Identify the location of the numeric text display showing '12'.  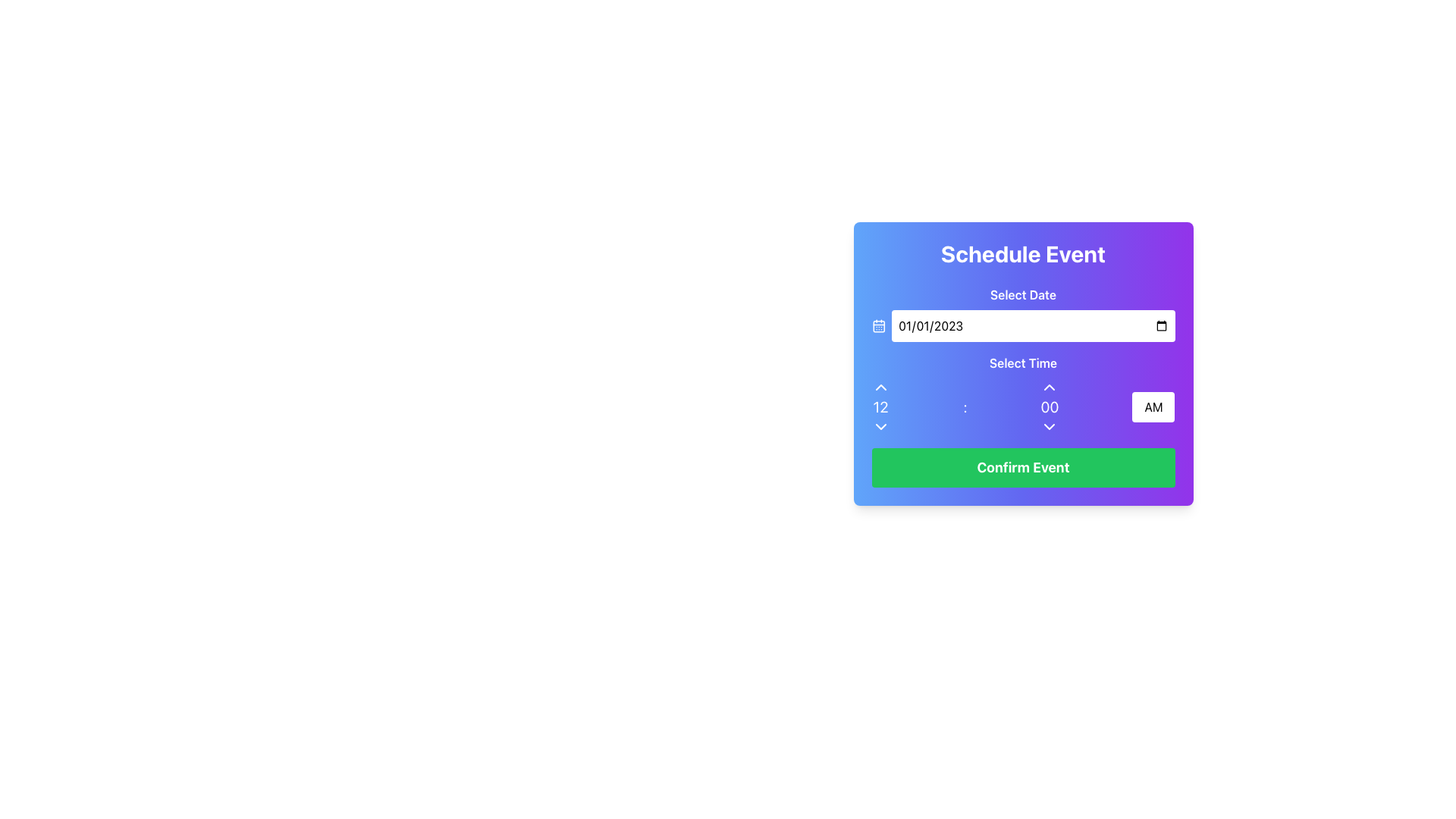
(880, 406).